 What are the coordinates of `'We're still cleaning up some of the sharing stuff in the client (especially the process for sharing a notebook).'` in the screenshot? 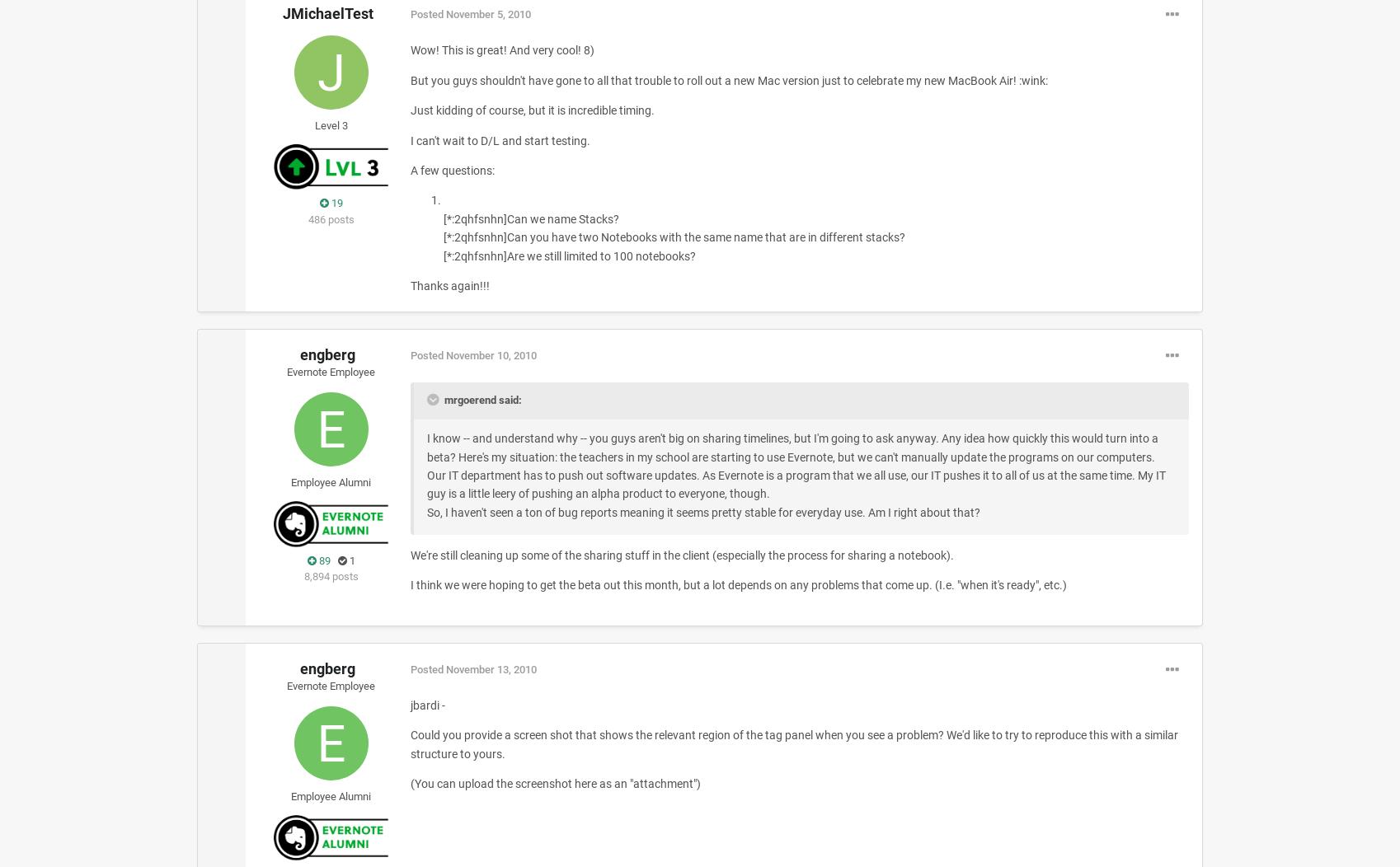 It's located at (680, 555).